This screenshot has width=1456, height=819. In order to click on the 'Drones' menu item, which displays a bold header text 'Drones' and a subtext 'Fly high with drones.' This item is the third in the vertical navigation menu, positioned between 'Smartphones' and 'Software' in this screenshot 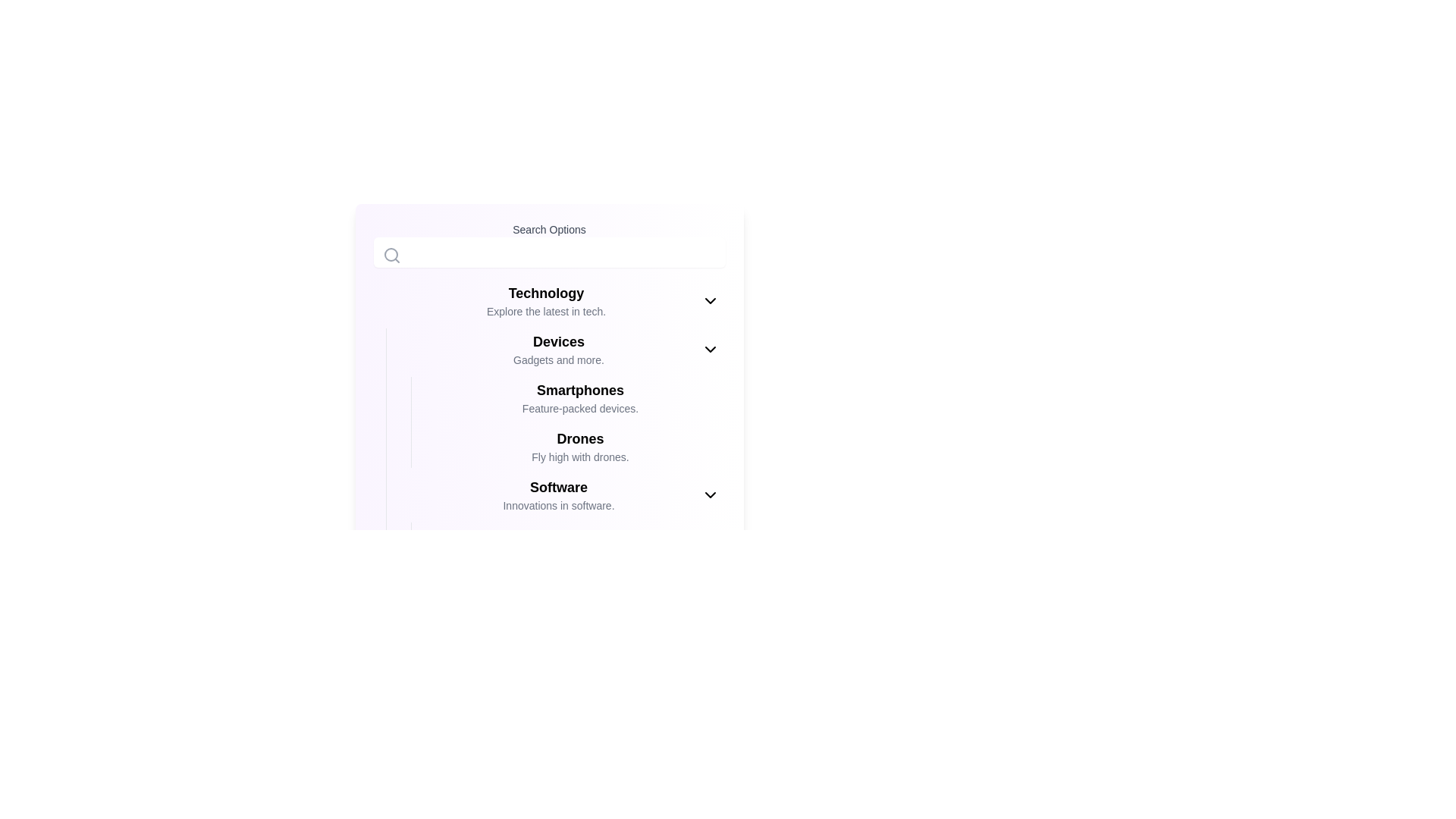, I will do `click(579, 446)`.